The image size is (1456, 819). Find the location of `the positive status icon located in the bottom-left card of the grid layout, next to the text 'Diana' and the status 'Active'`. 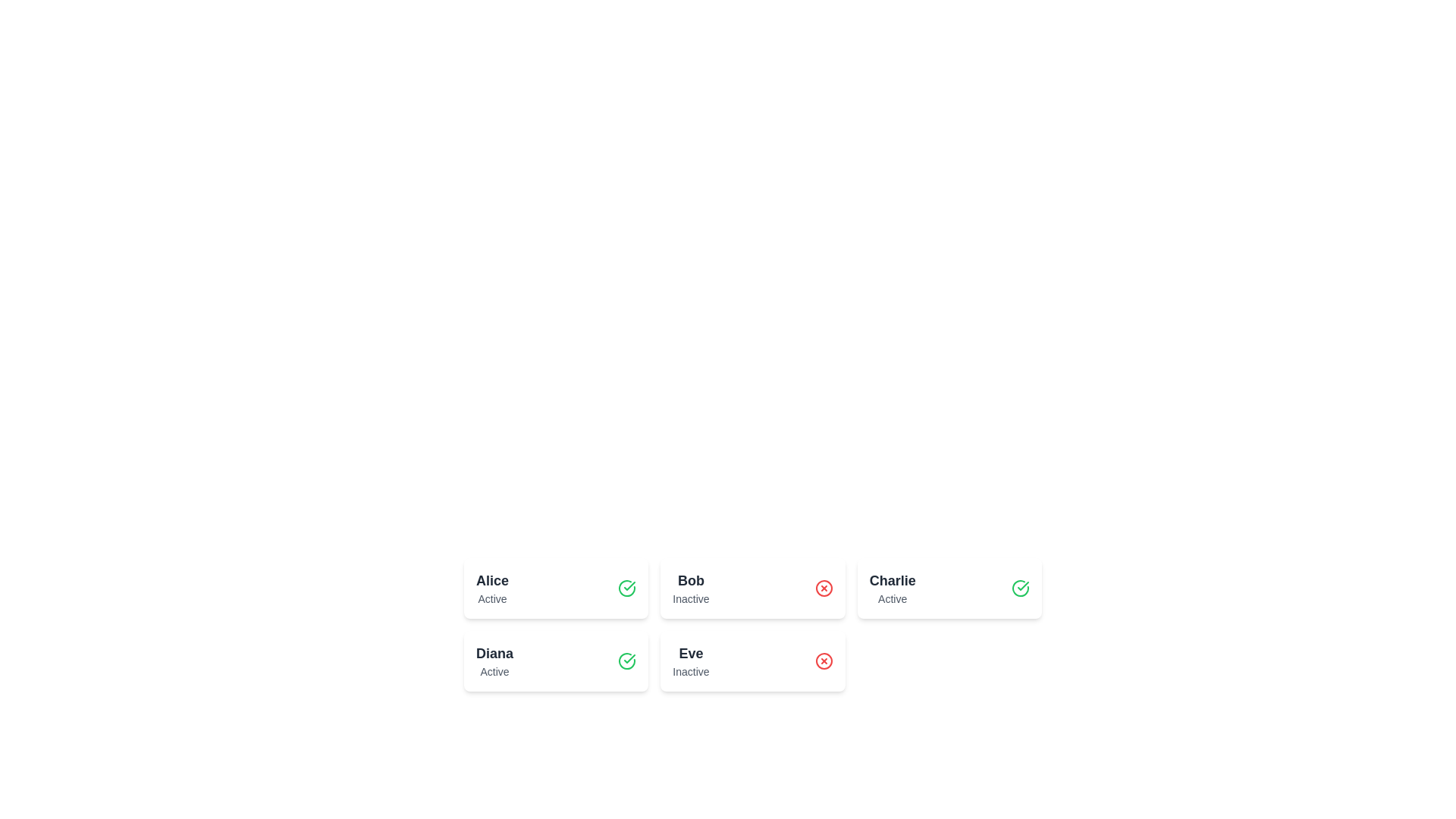

the positive status icon located in the bottom-left card of the grid layout, next to the text 'Diana' and the status 'Active' is located at coordinates (629, 585).